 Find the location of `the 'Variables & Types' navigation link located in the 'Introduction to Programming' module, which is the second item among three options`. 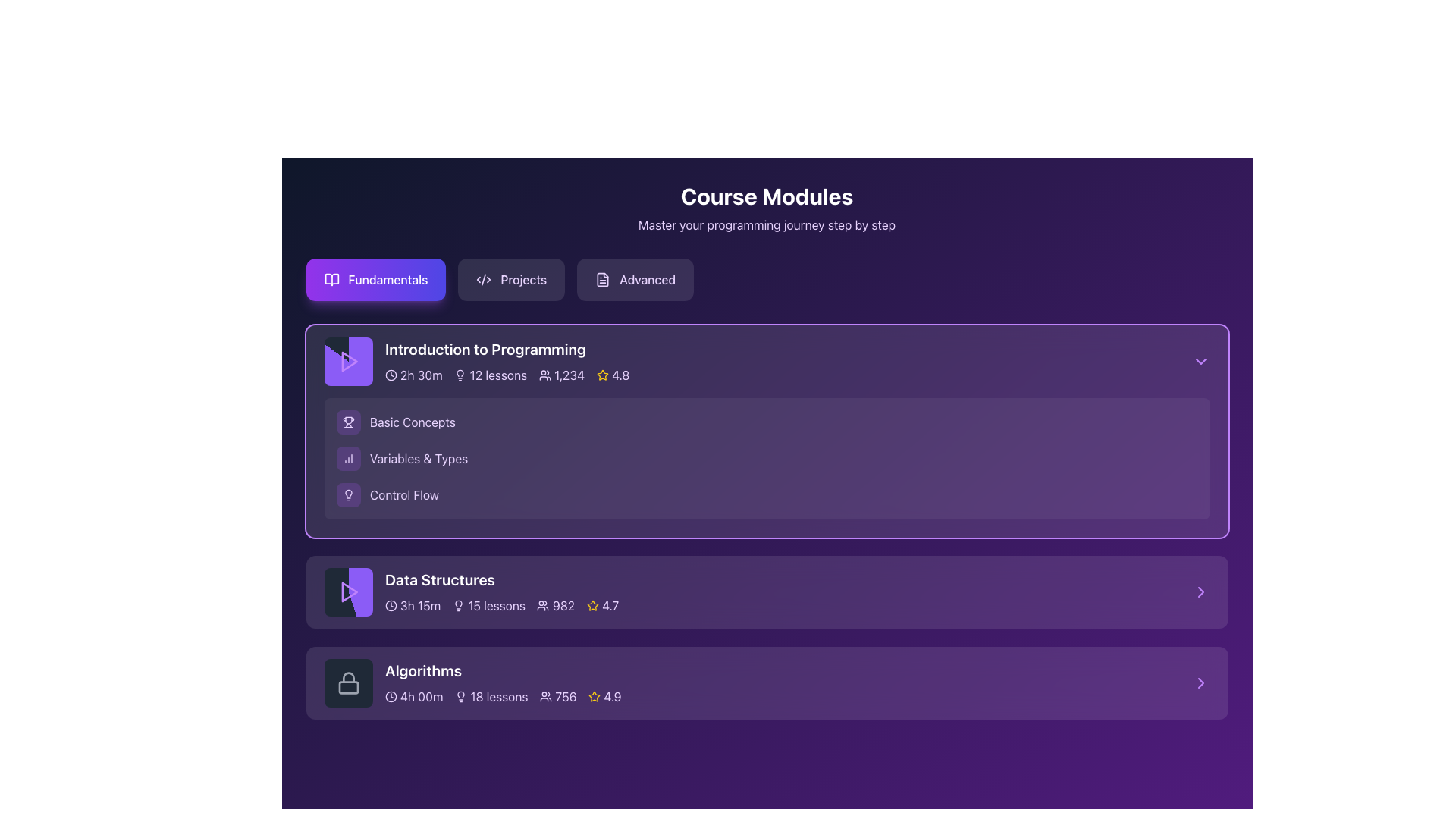

the 'Variables & Types' navigation link located in the 'Introduction to Programming' module, which is the second item among three options is located at coordinates (419, 458).